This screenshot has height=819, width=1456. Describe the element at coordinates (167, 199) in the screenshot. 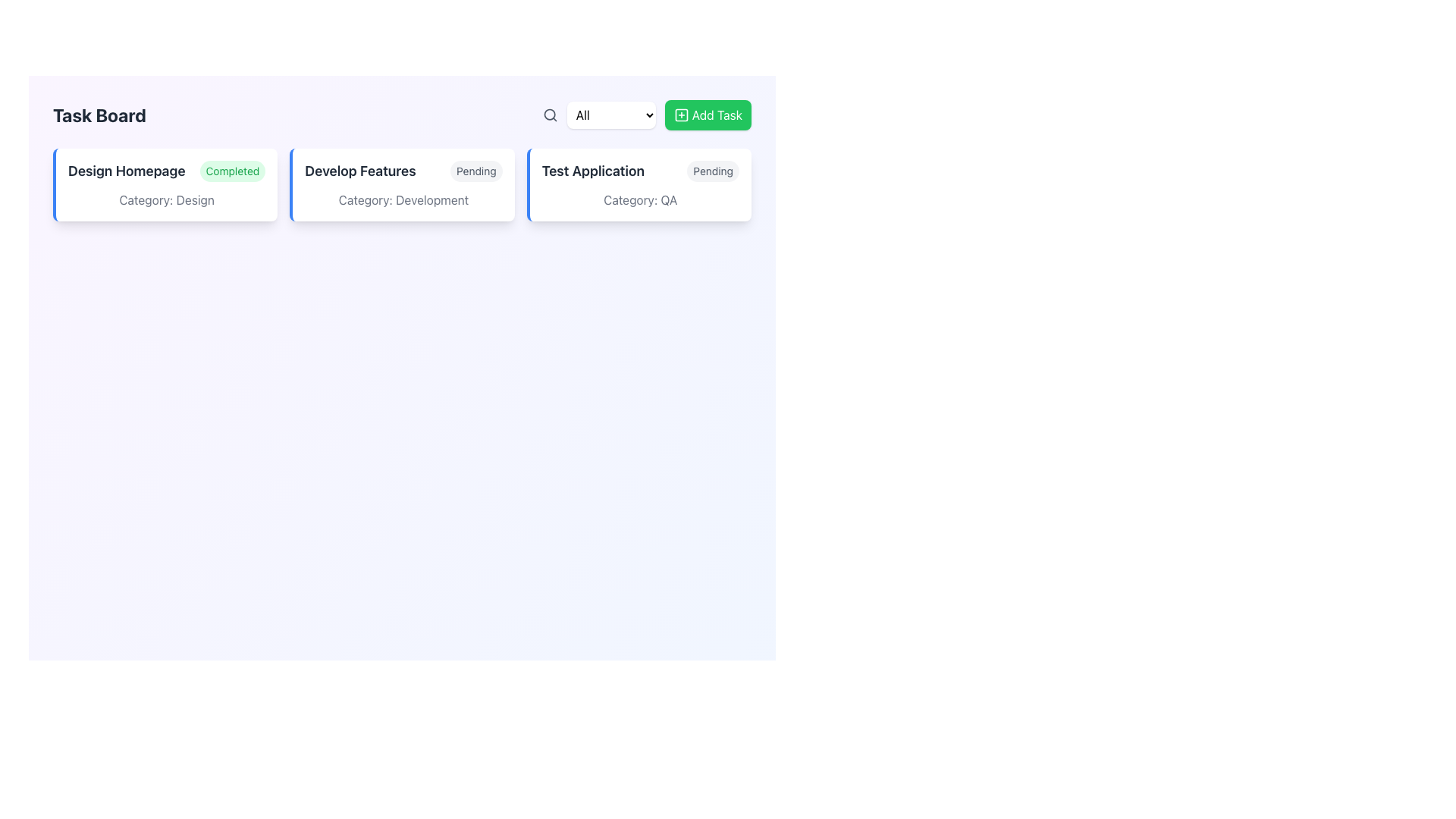

I see `the static text label providing supplementary information about the 'Design' category, located beneath the header text in the 'Design Homepage' card` at that location.